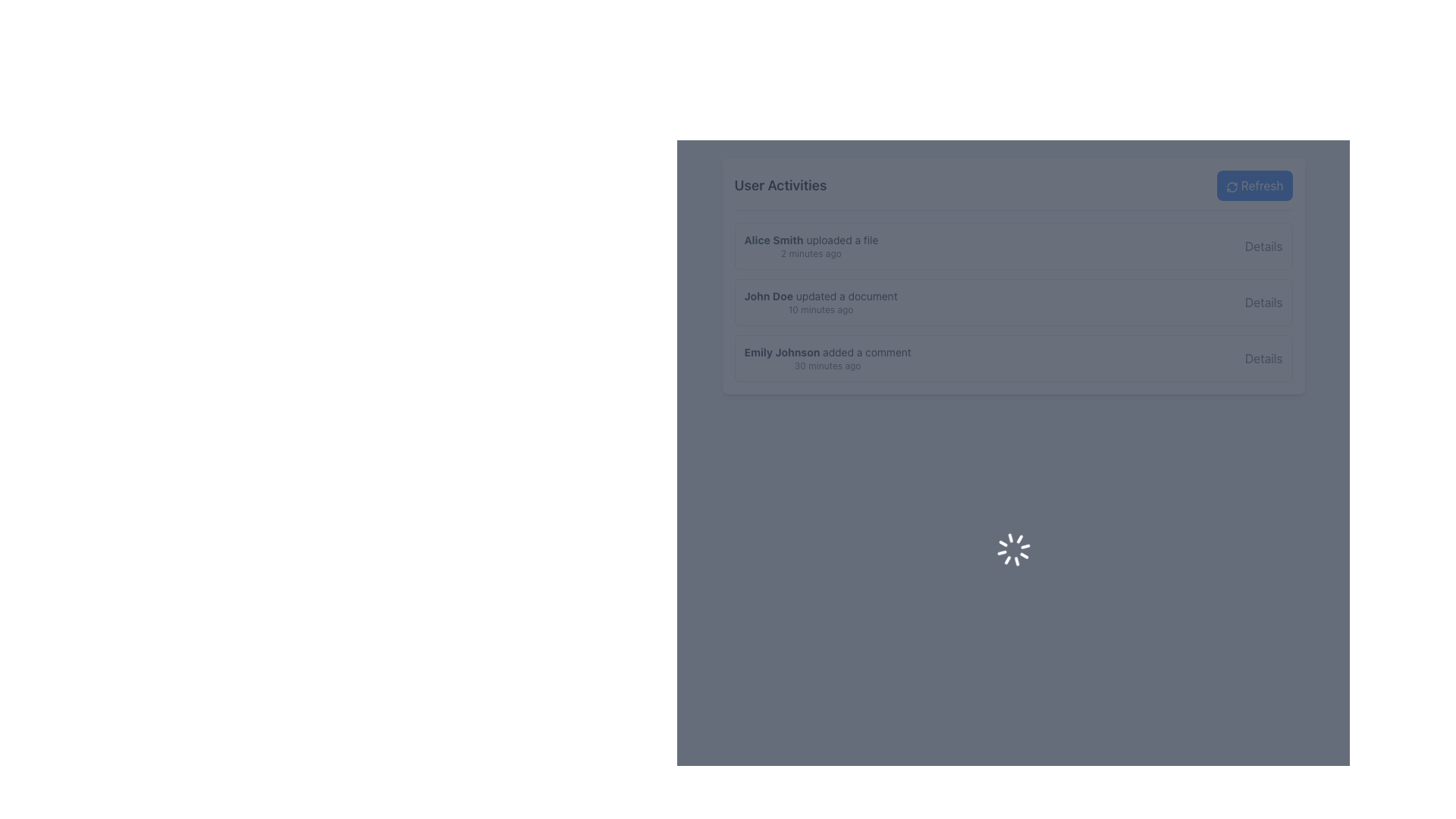  Describe the element at coordinates (810, 239) in the screenshot. I see `the text snippet styled in a small font and gray color that reads 'Alice Smith uploaded a file', located in the first row of the User Activities feed, above the timestamp '2 minutes ago'` at that location.